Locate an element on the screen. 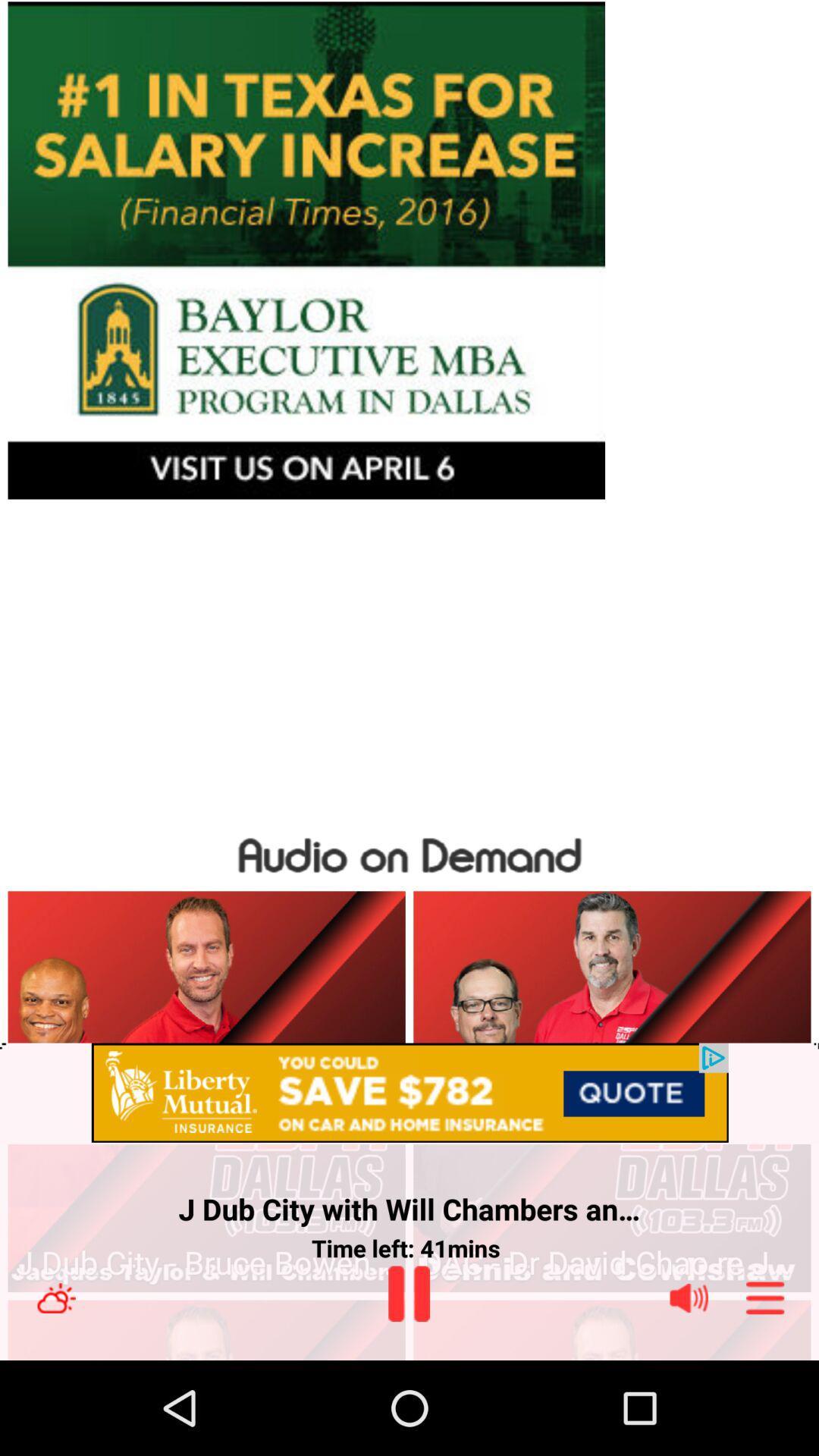  open all options is located at coordinates (765, 1297).